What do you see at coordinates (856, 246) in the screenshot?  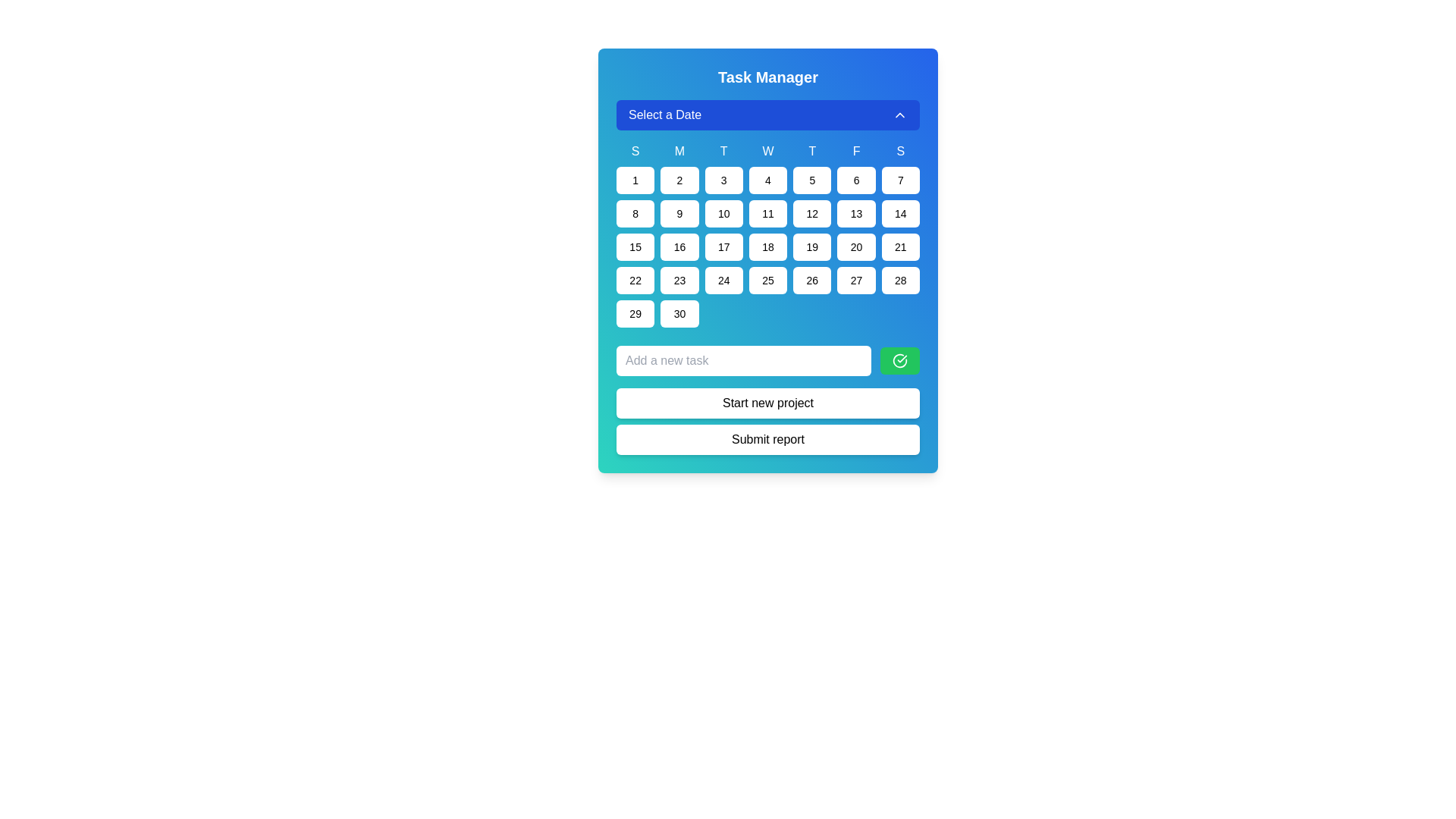 I see `the calendar button representing the day '20', located in the fourth row and sixth column of the calendar grid` at bounding box center [856, 246].